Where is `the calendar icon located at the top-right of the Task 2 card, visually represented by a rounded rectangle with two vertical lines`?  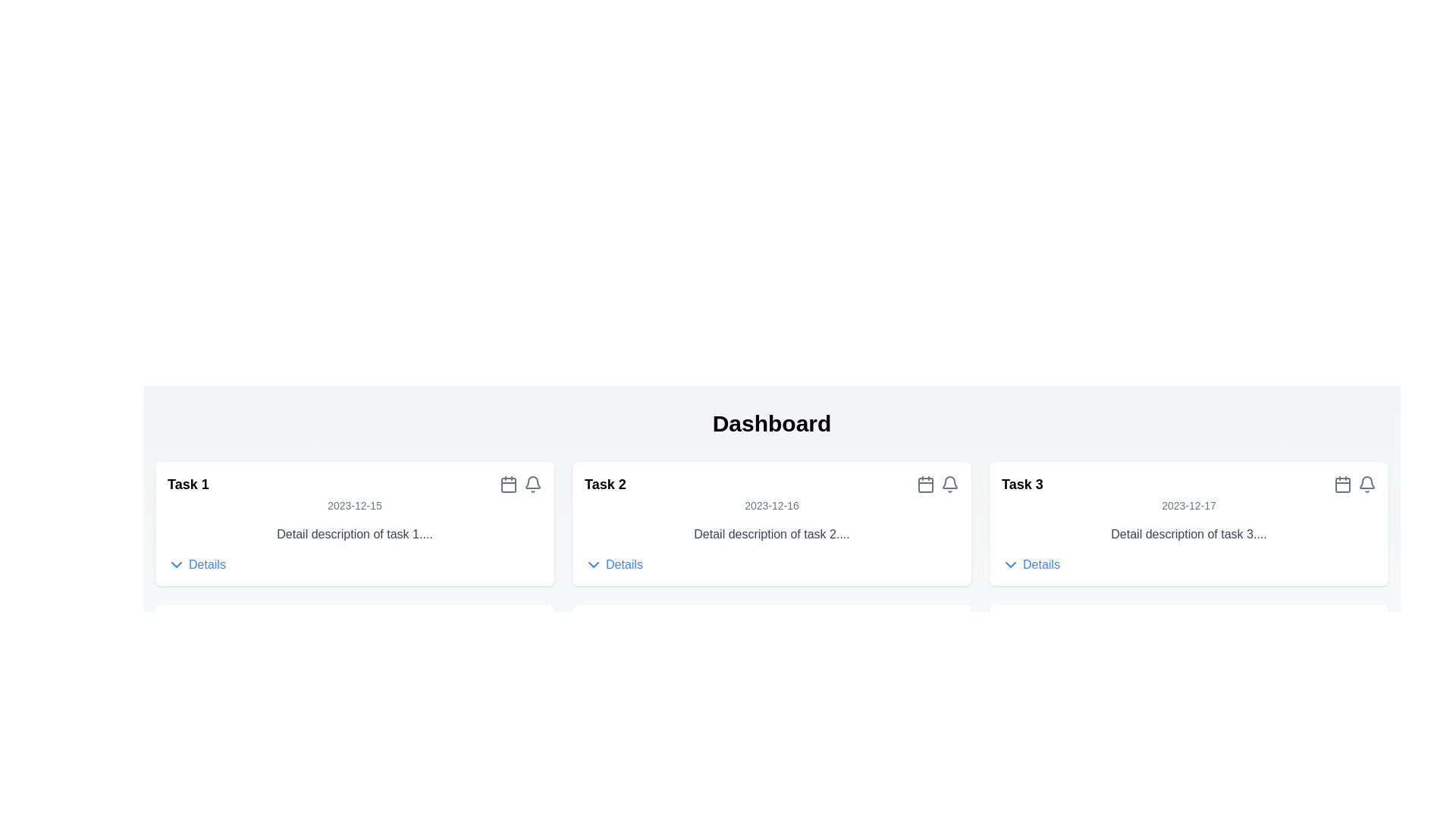 the calendar icon located at the top-right of the Task 2 card, visually represented by a rounded rectangle with two vertical lines is located at coordinates (924, 485).